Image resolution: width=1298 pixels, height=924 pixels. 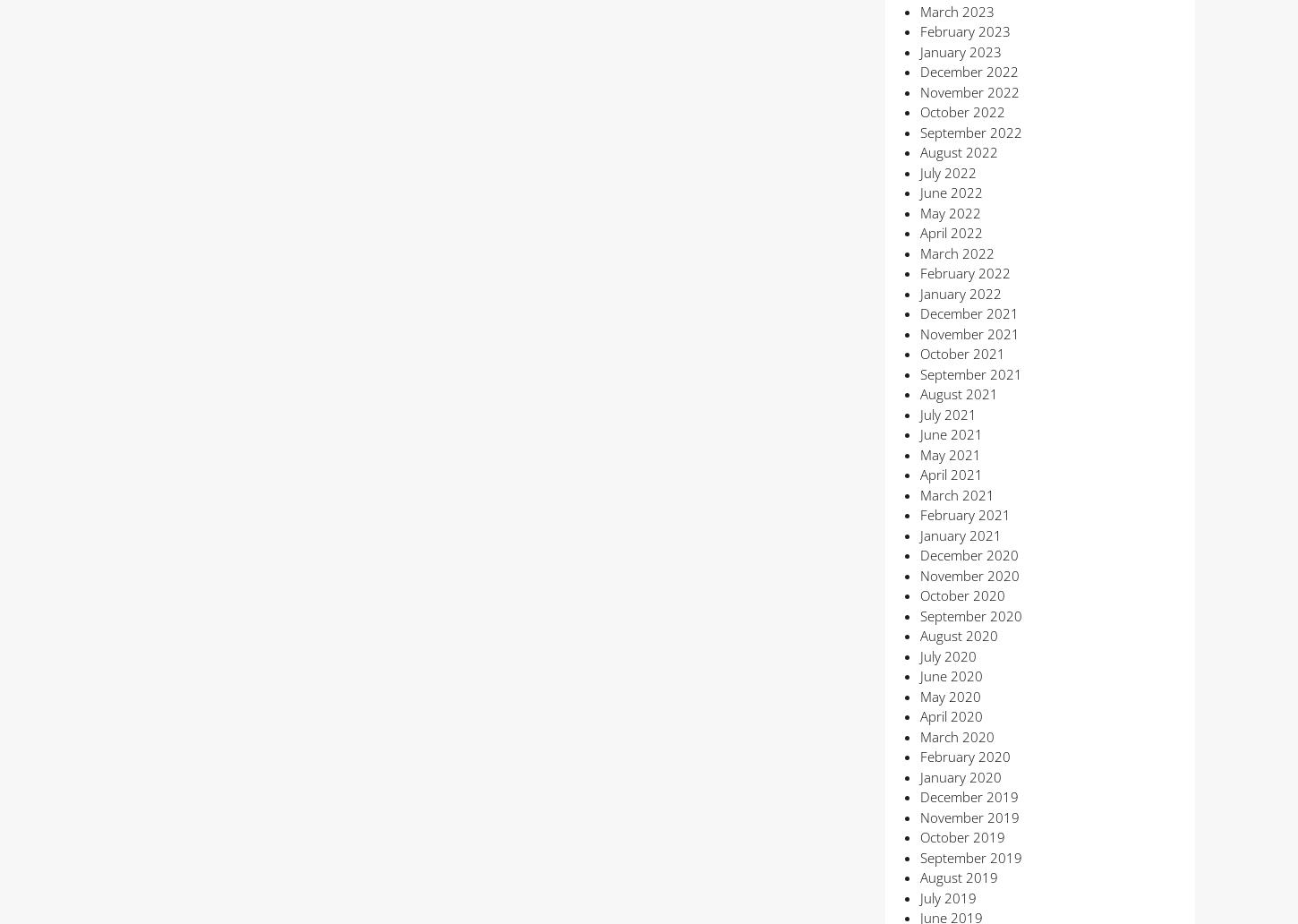 What do you see at coordinates (950, 433) in the screenshot?
I see `'June 2021'` at bounding box center [950, 433].